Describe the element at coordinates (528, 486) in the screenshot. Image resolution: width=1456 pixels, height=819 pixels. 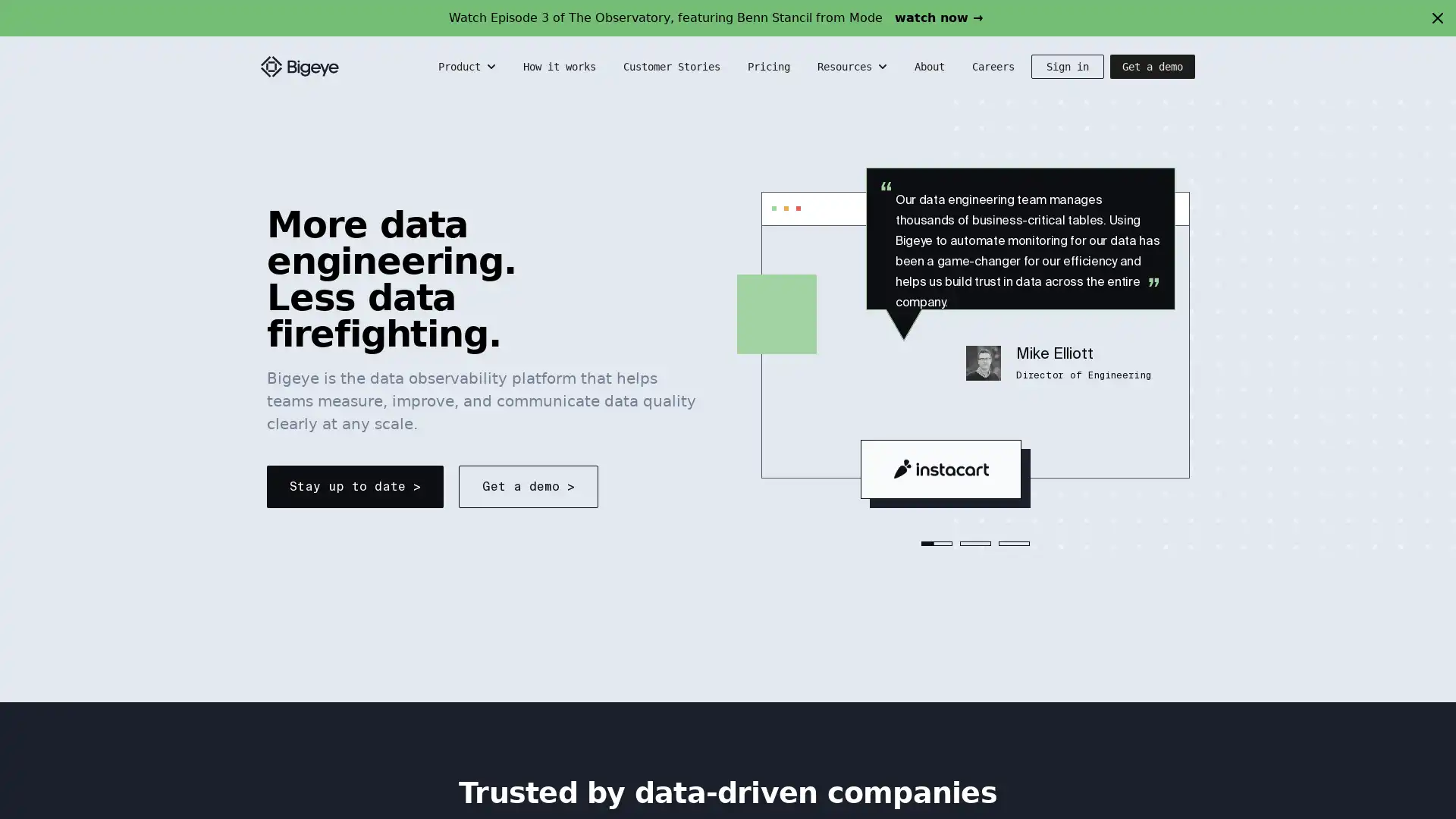
I see `Get a demo >` at that location.